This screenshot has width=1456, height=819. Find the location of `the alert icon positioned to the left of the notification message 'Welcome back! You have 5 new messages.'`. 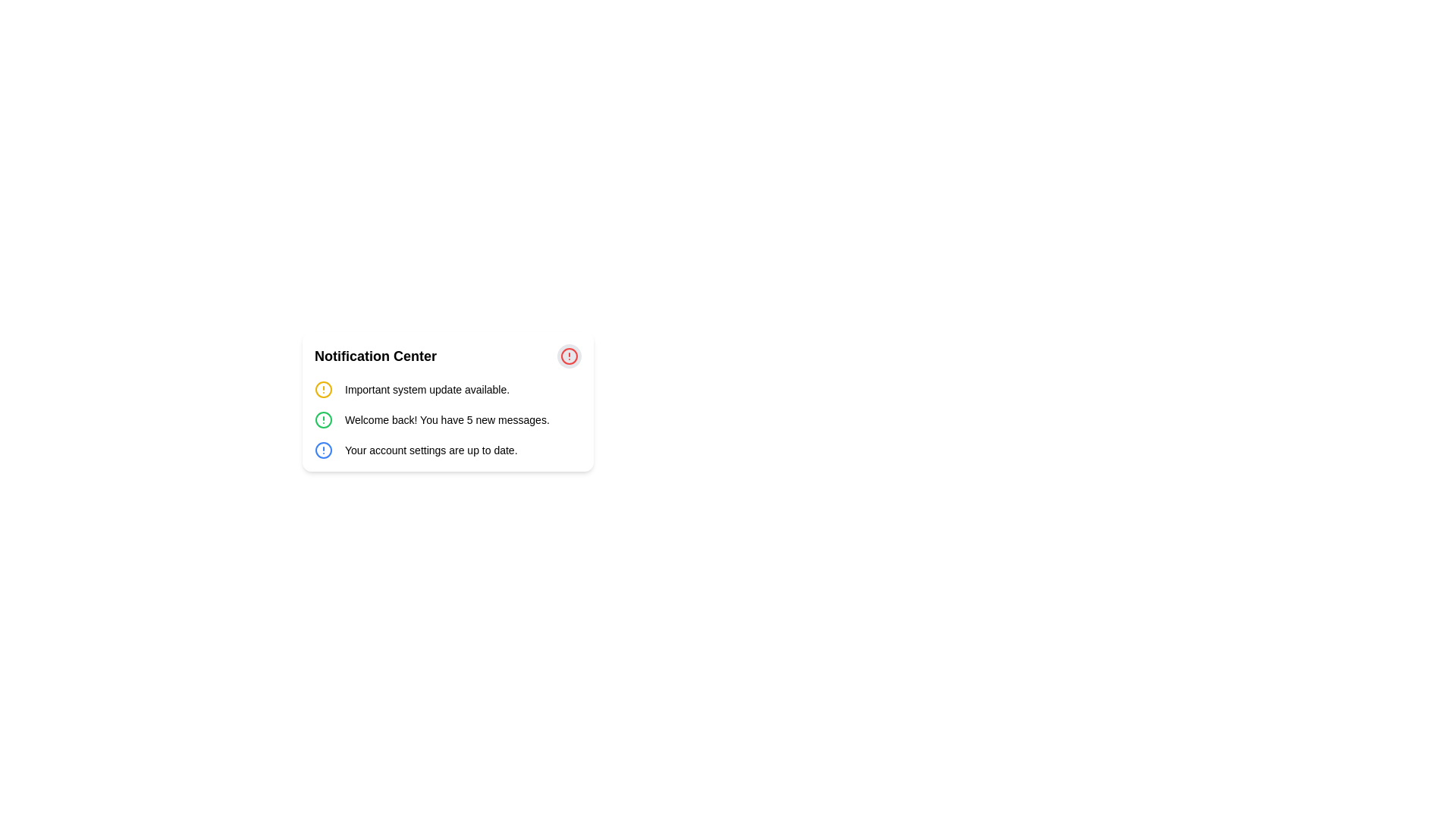

the alert icon positioned to the left of the notification message 'Welcome back! You have 5 new messages.' is located at coordinates (323, 420).